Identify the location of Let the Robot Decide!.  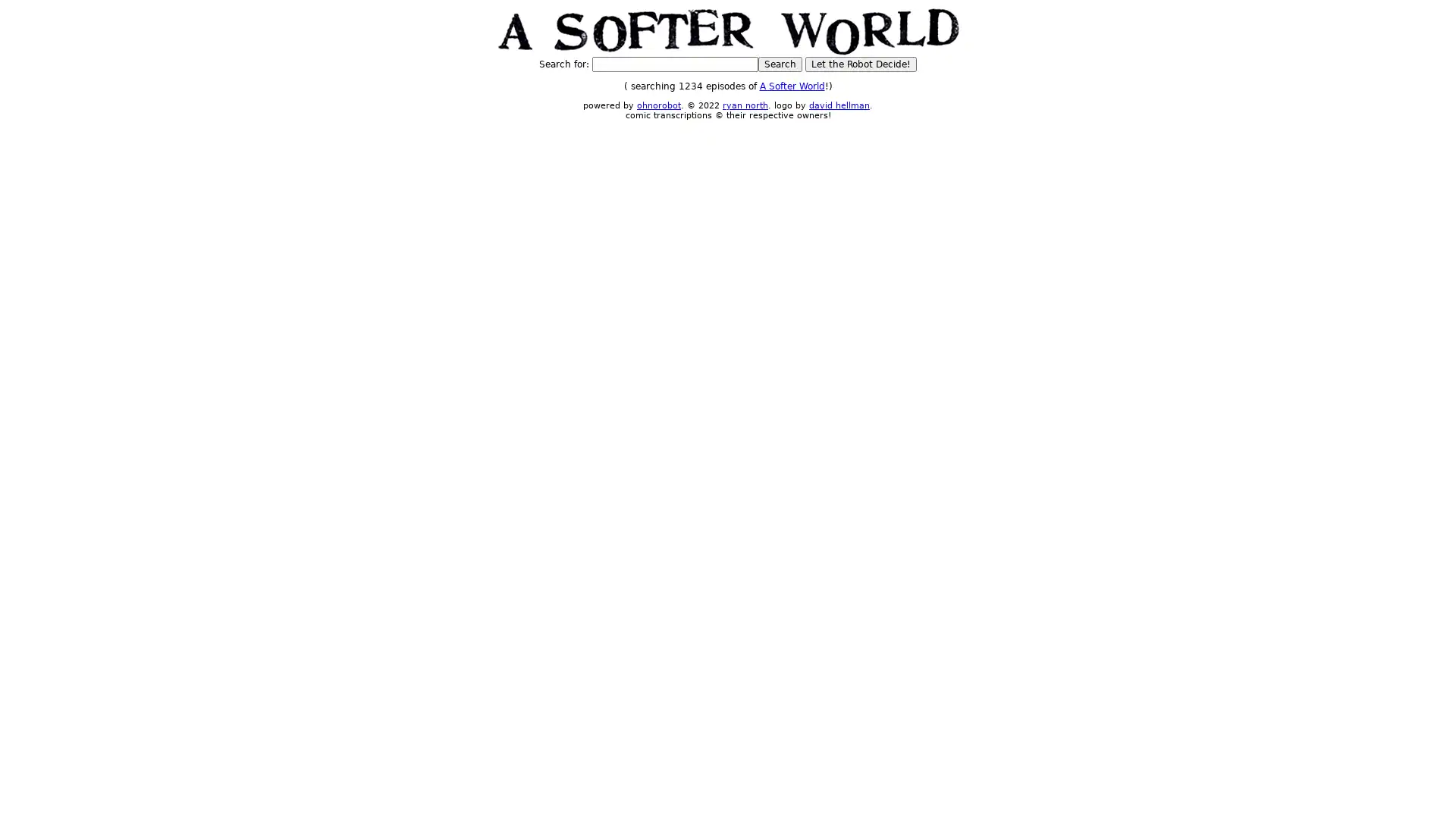
(861, 63).